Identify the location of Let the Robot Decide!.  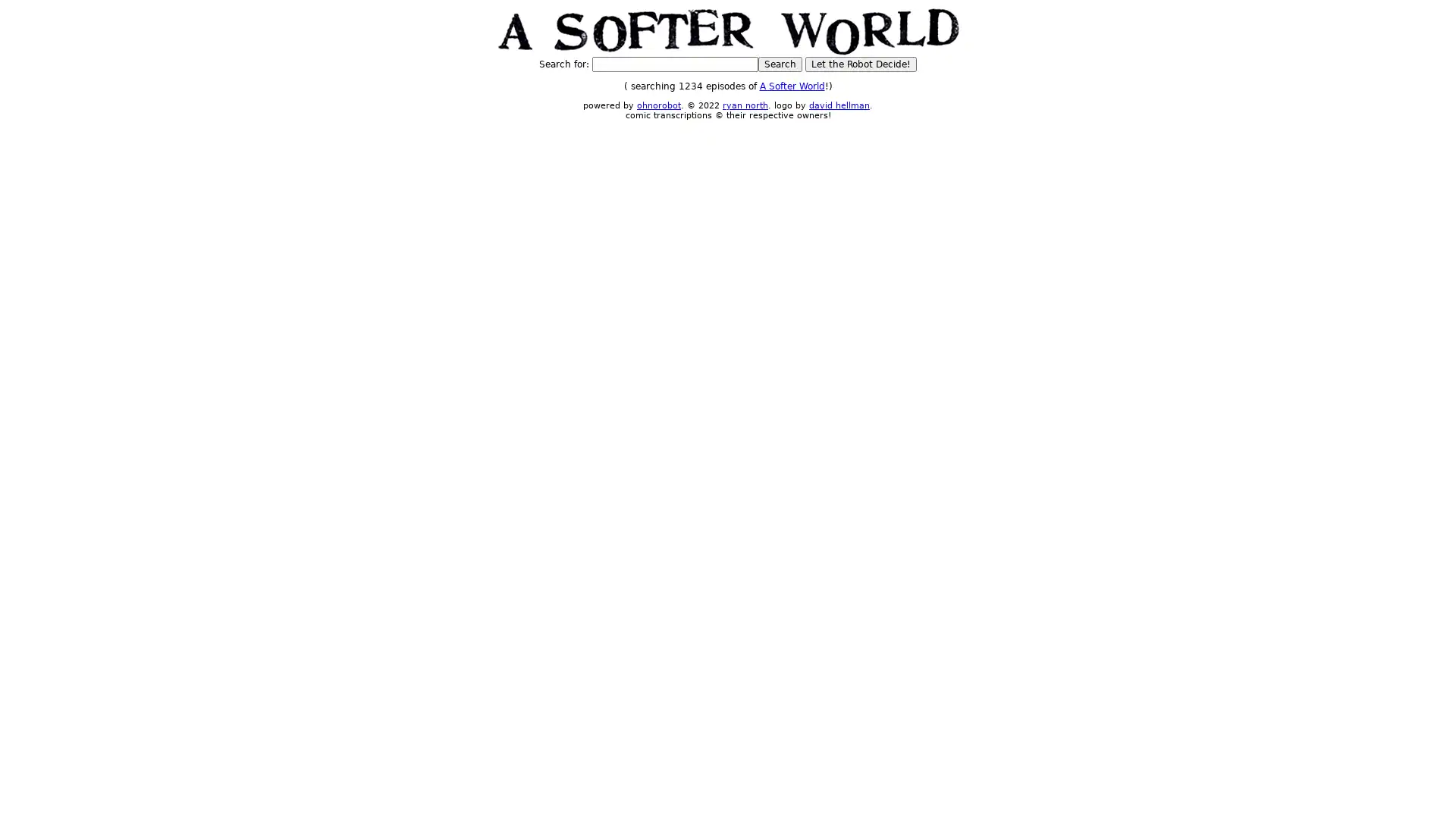
(861, 63).